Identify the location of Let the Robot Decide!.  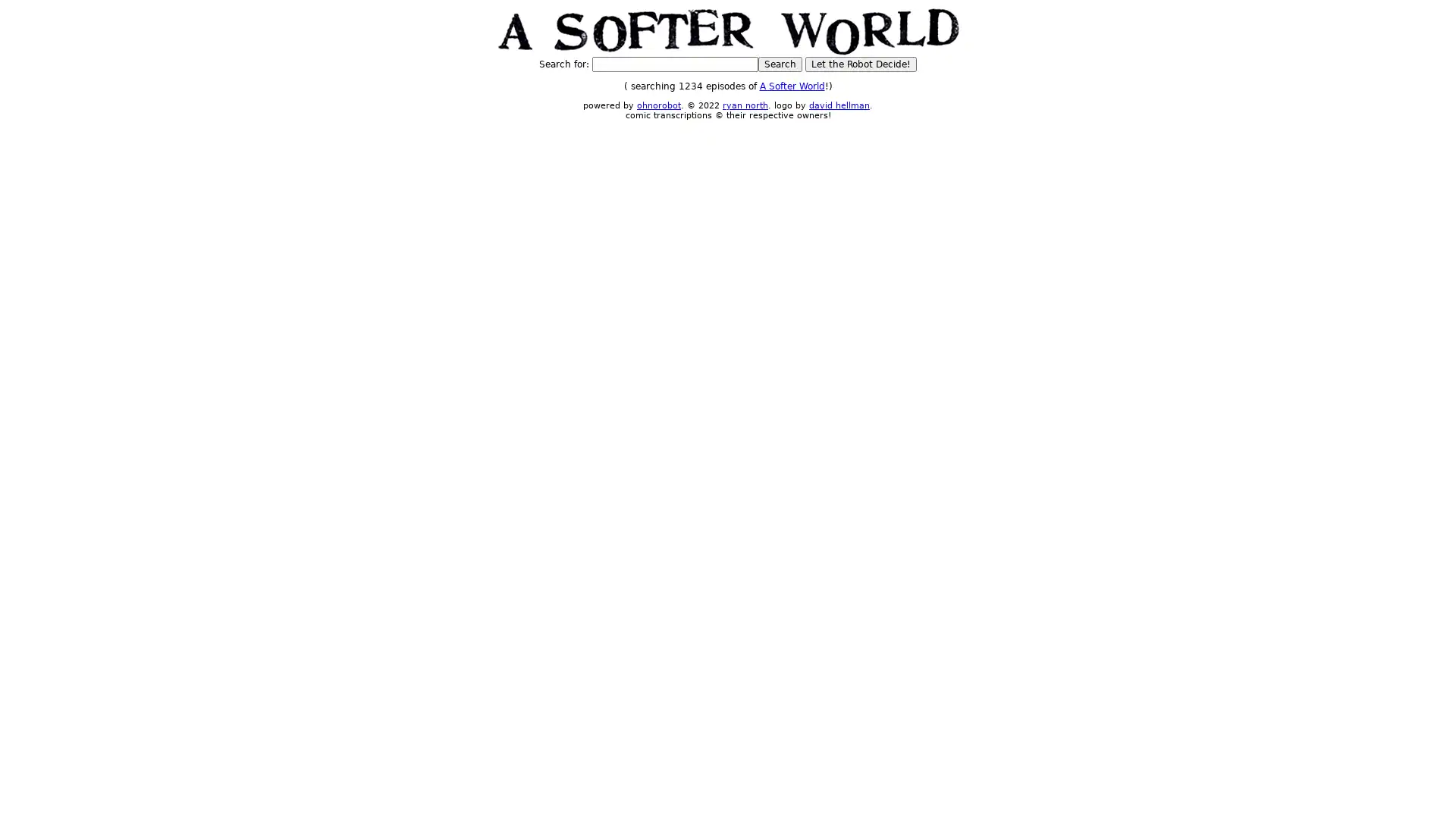
(861, 63).